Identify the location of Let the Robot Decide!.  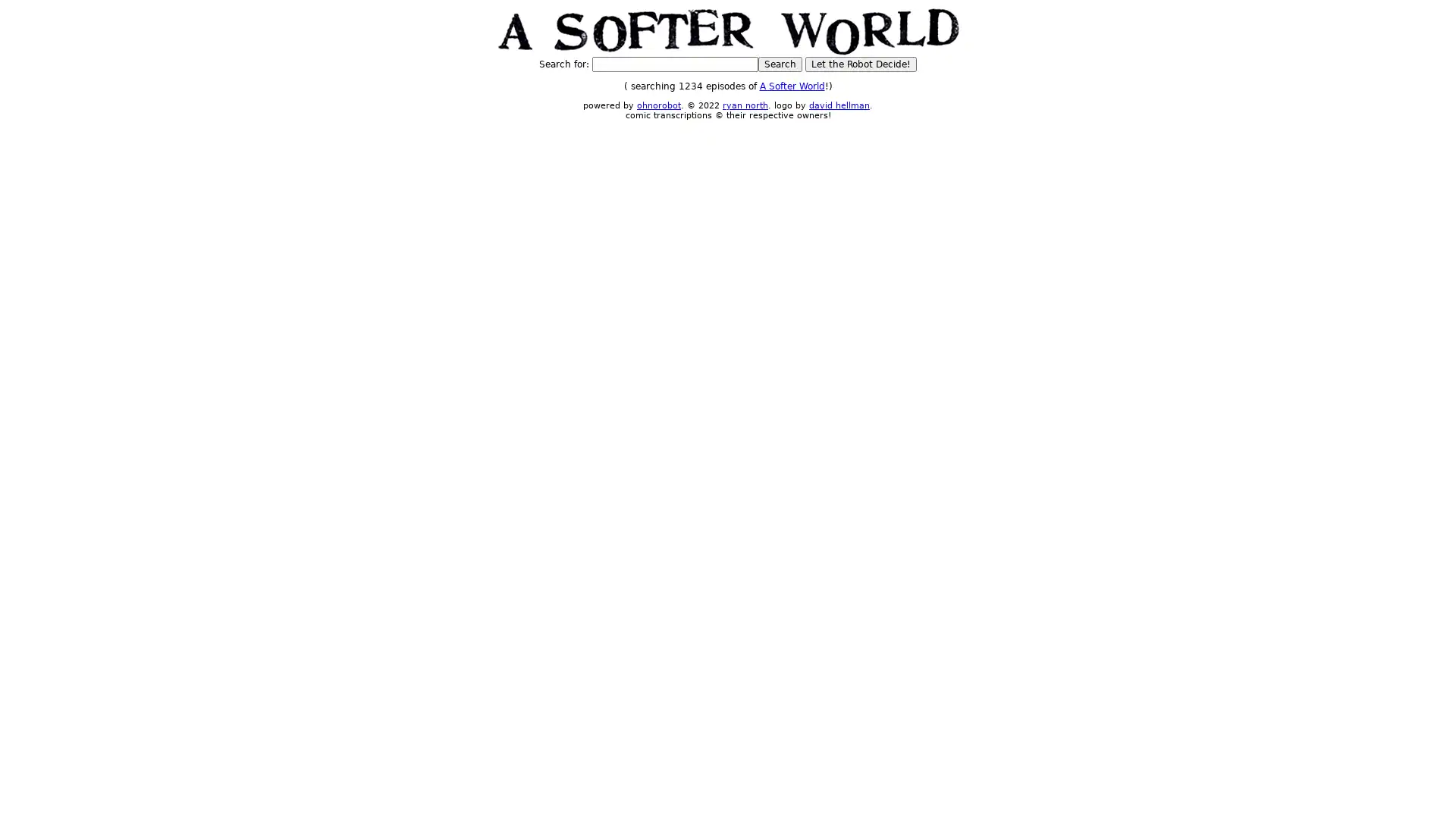
(861, 63).